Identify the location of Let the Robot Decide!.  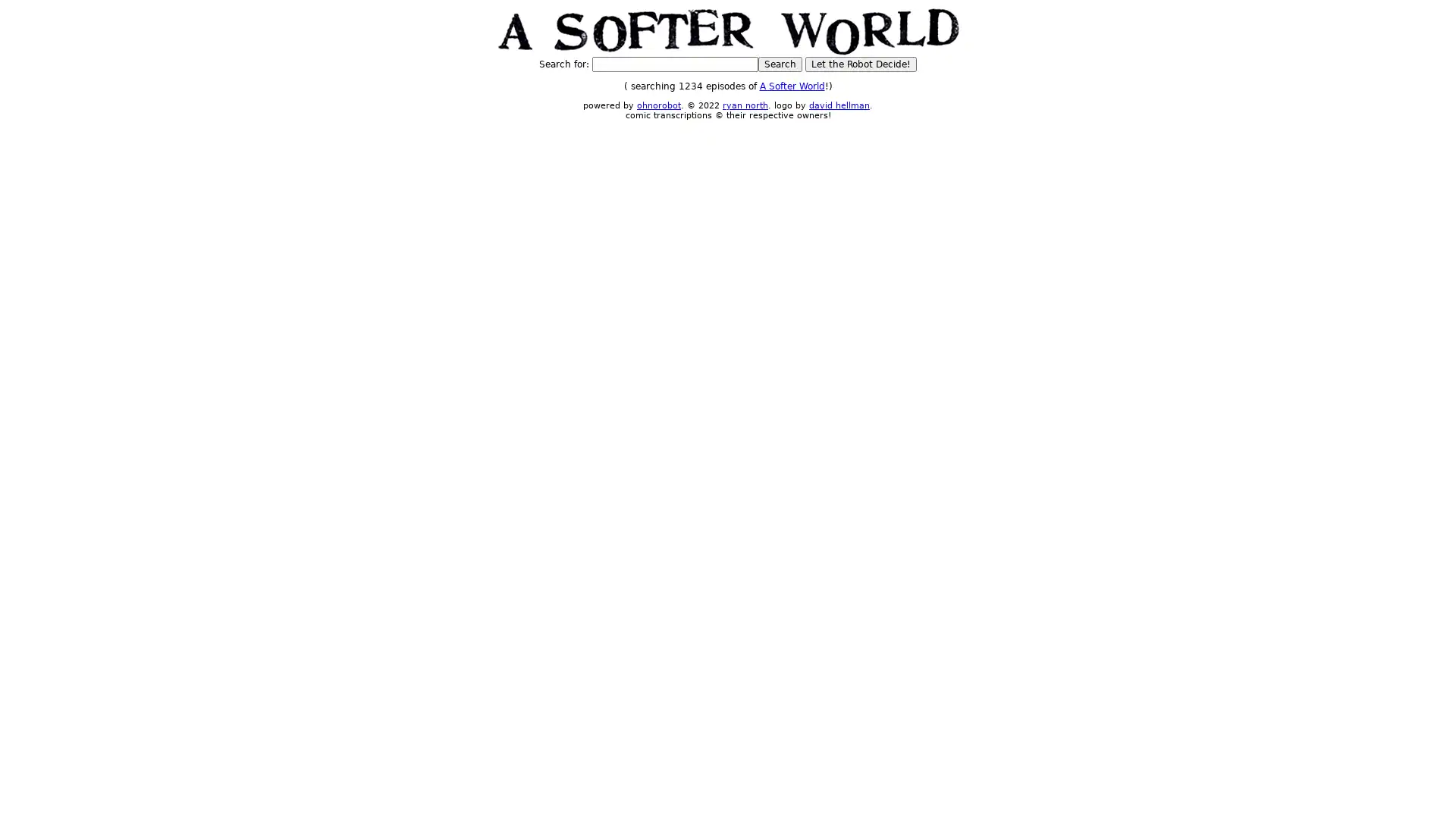
(861, 63).